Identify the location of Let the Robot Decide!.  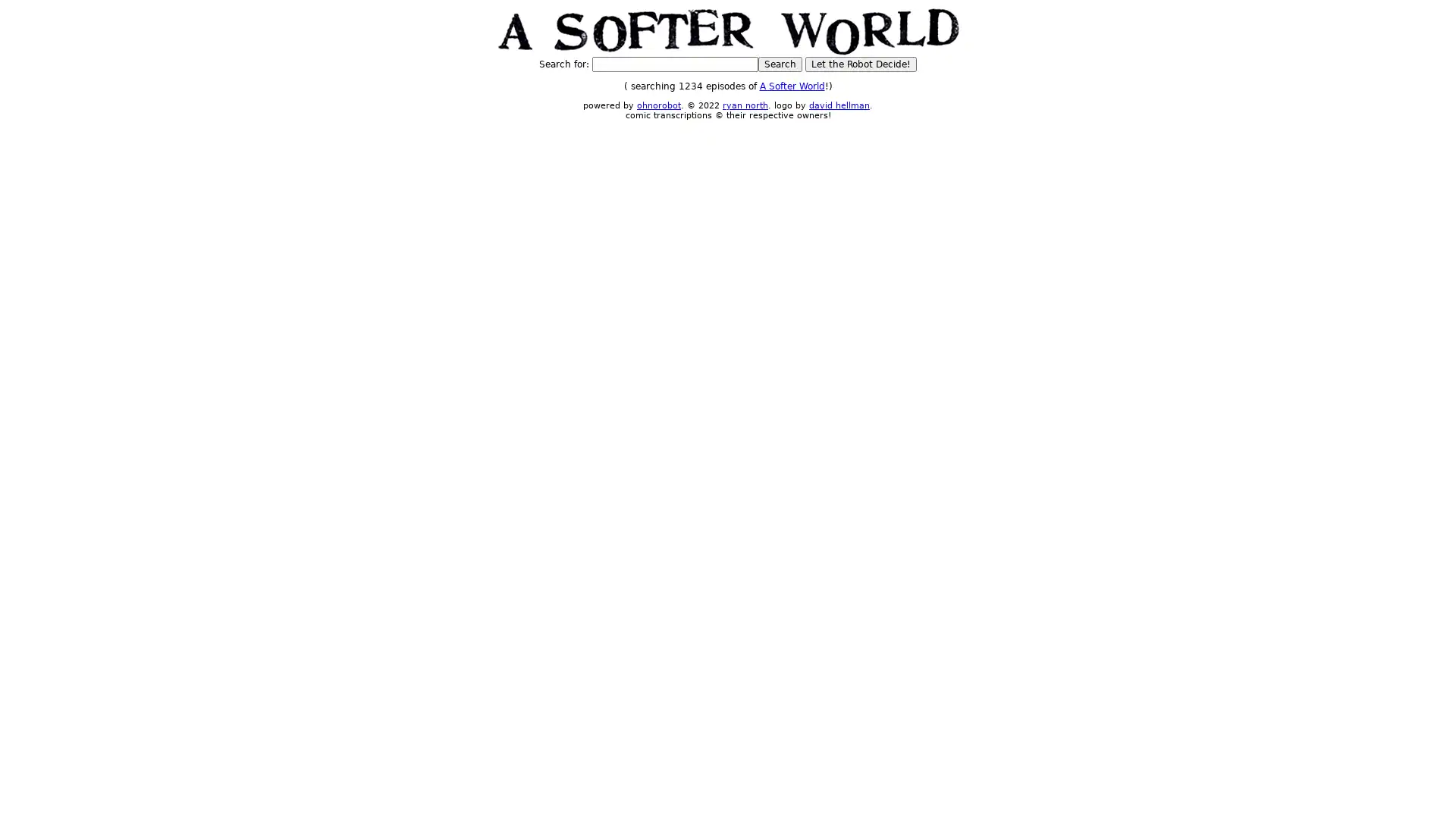
(861, 63).